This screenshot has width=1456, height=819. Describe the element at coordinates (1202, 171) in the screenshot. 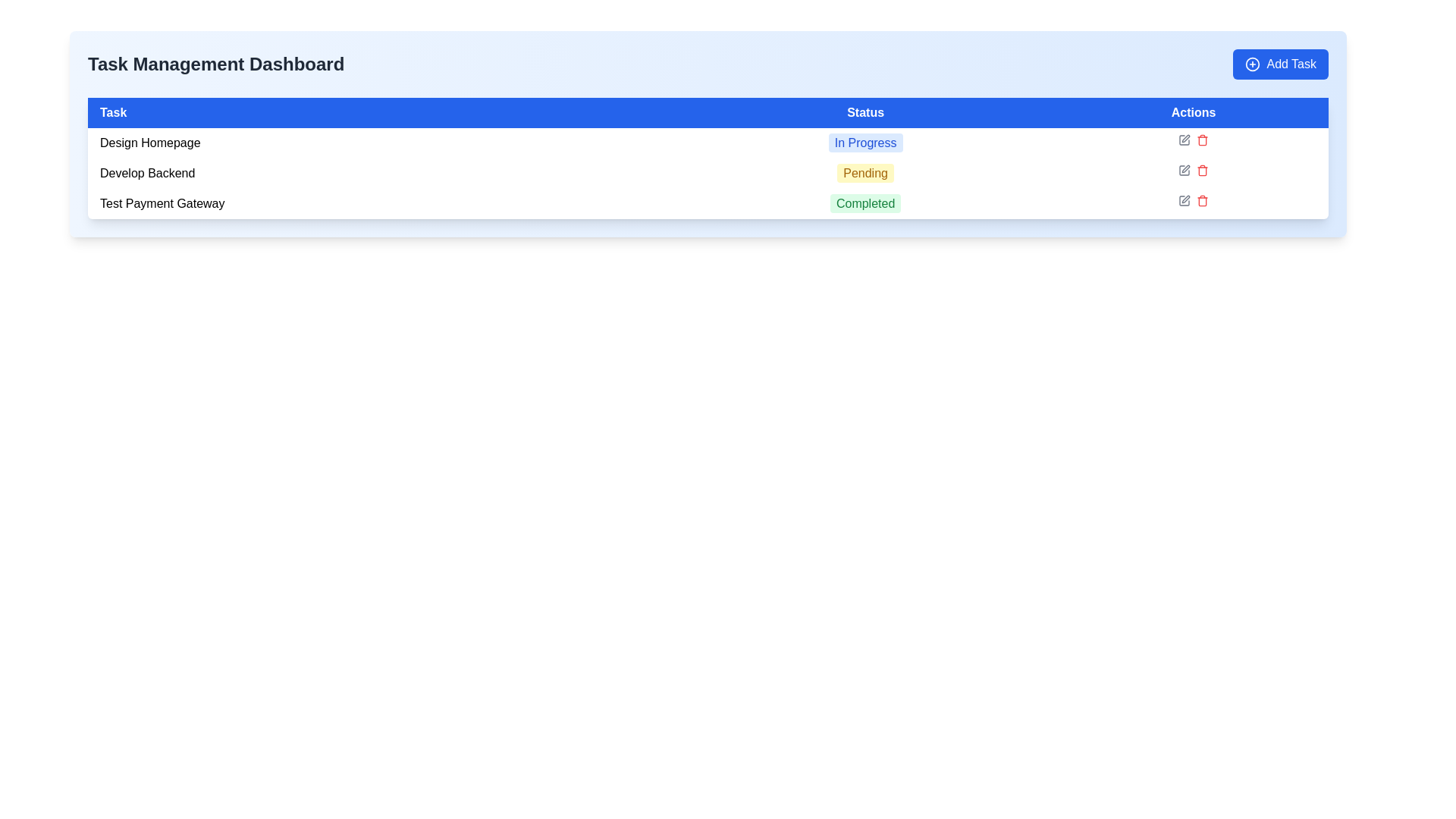

I see `the delete icon button associated with the 'Develop Backend' task in the 'Actions' column` at that location.